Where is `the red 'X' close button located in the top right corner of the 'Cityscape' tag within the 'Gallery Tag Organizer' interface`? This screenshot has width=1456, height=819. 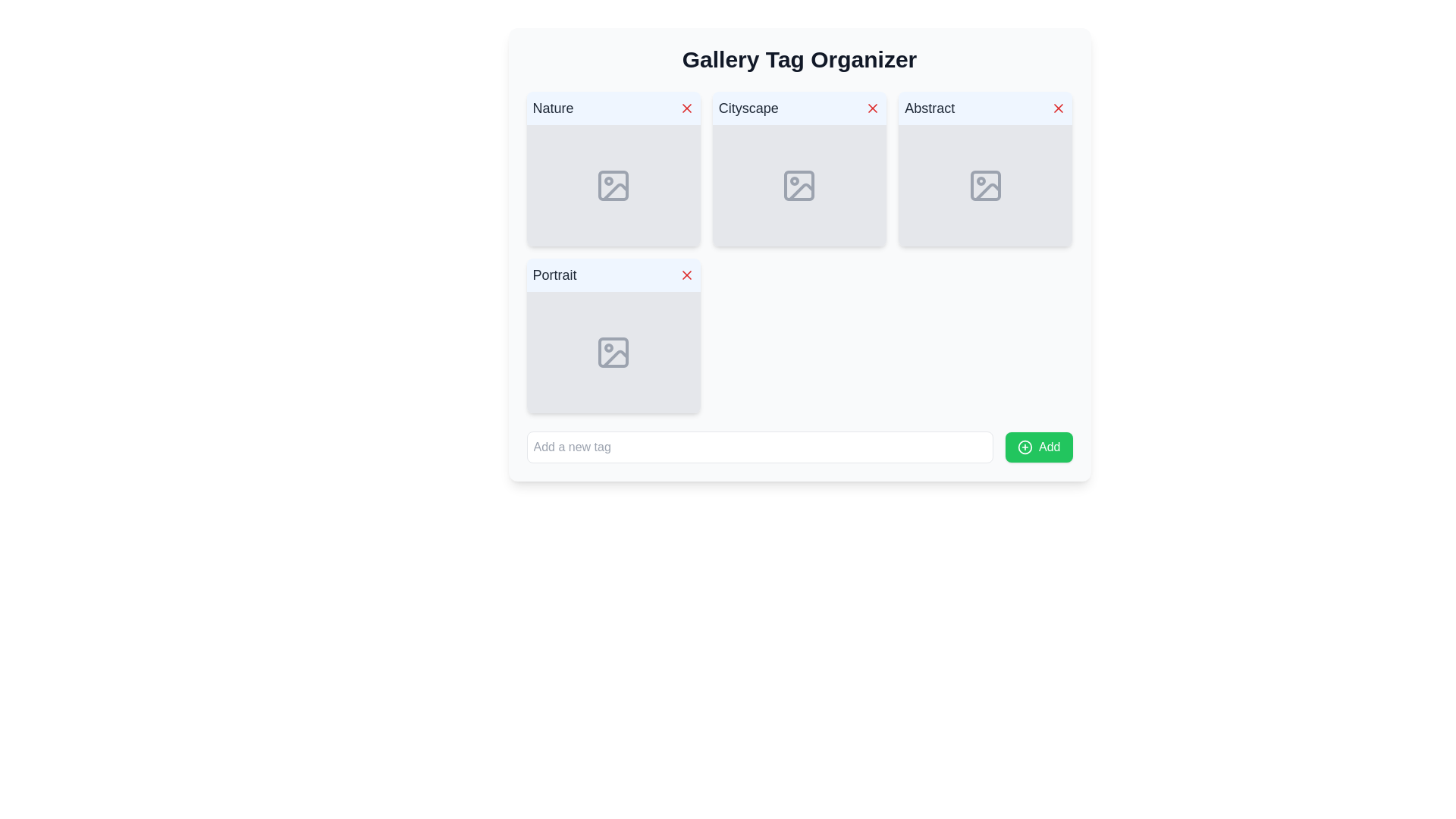
the red 'X' close button located in the top right corner of the 'Cityscape' tag within the 'Gallery Tag Organizer' interface is located at coordinates (873, 107).